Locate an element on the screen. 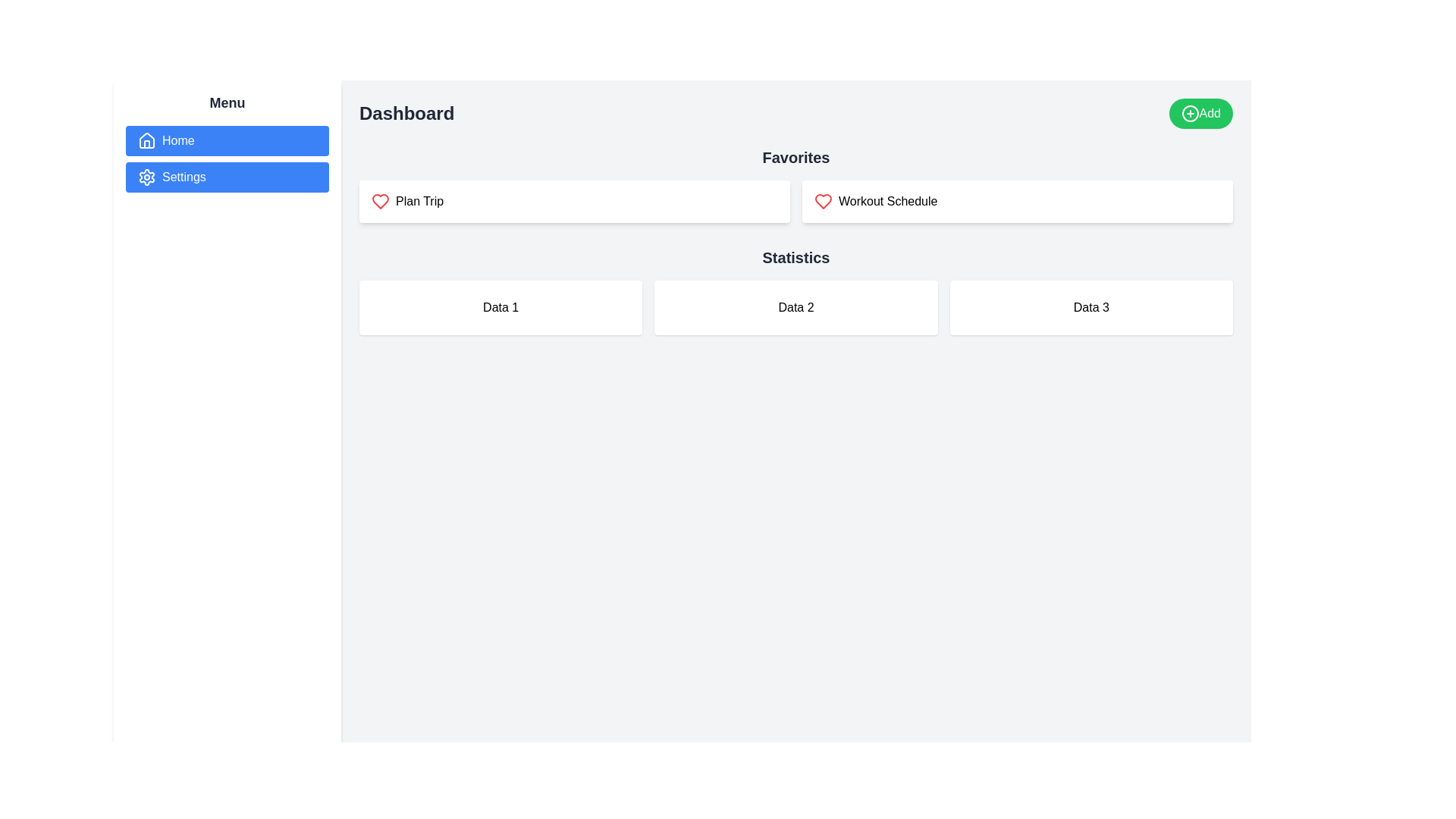  the Display card with centered text 'Data 2', which is the second card in the group under the 'Statistics' section is located at coordinates (795, 307).